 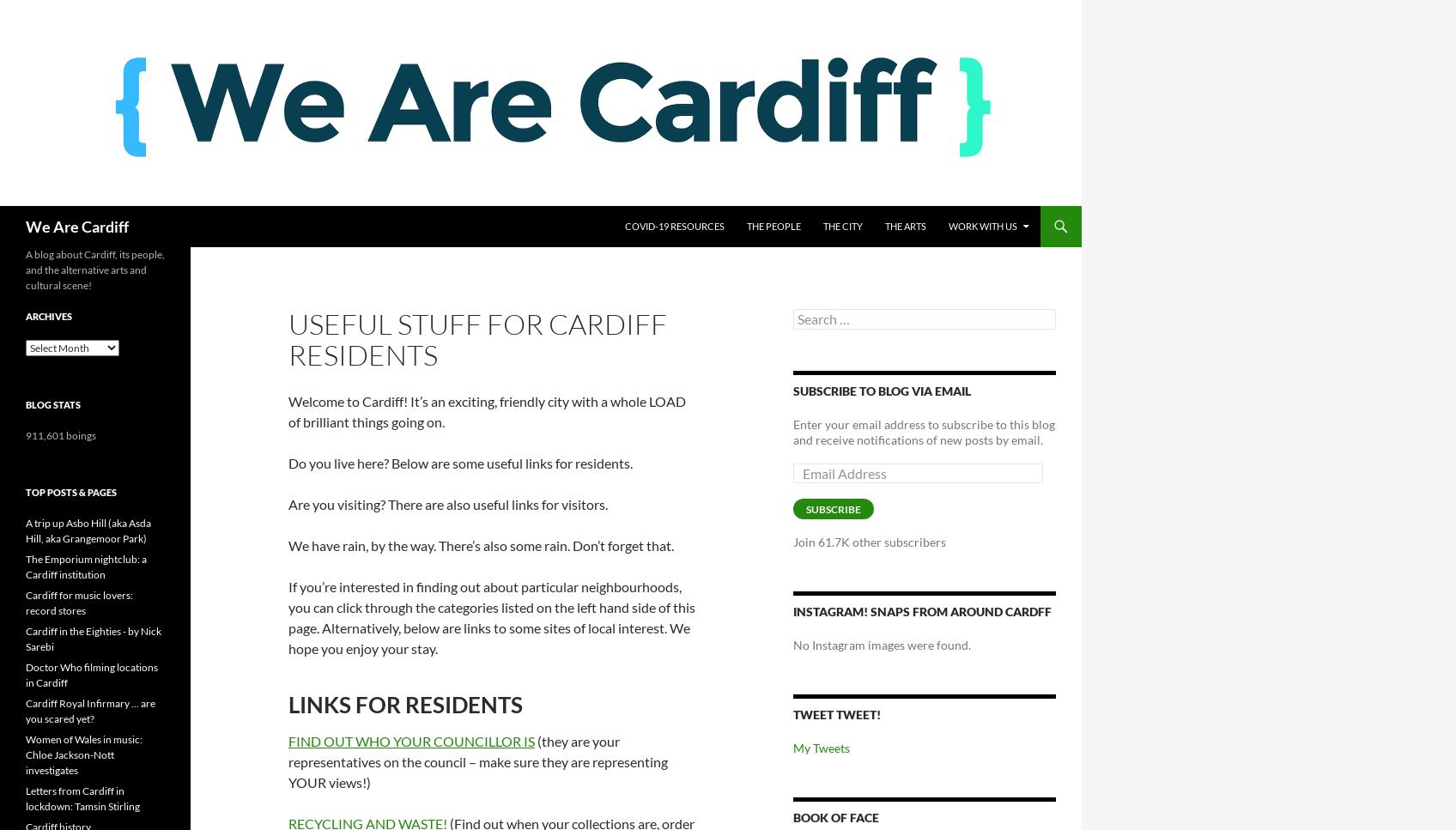 I want to click on 'Cardiff in the Eighties - by Nick Sarebi', so click(x=26, y=639).